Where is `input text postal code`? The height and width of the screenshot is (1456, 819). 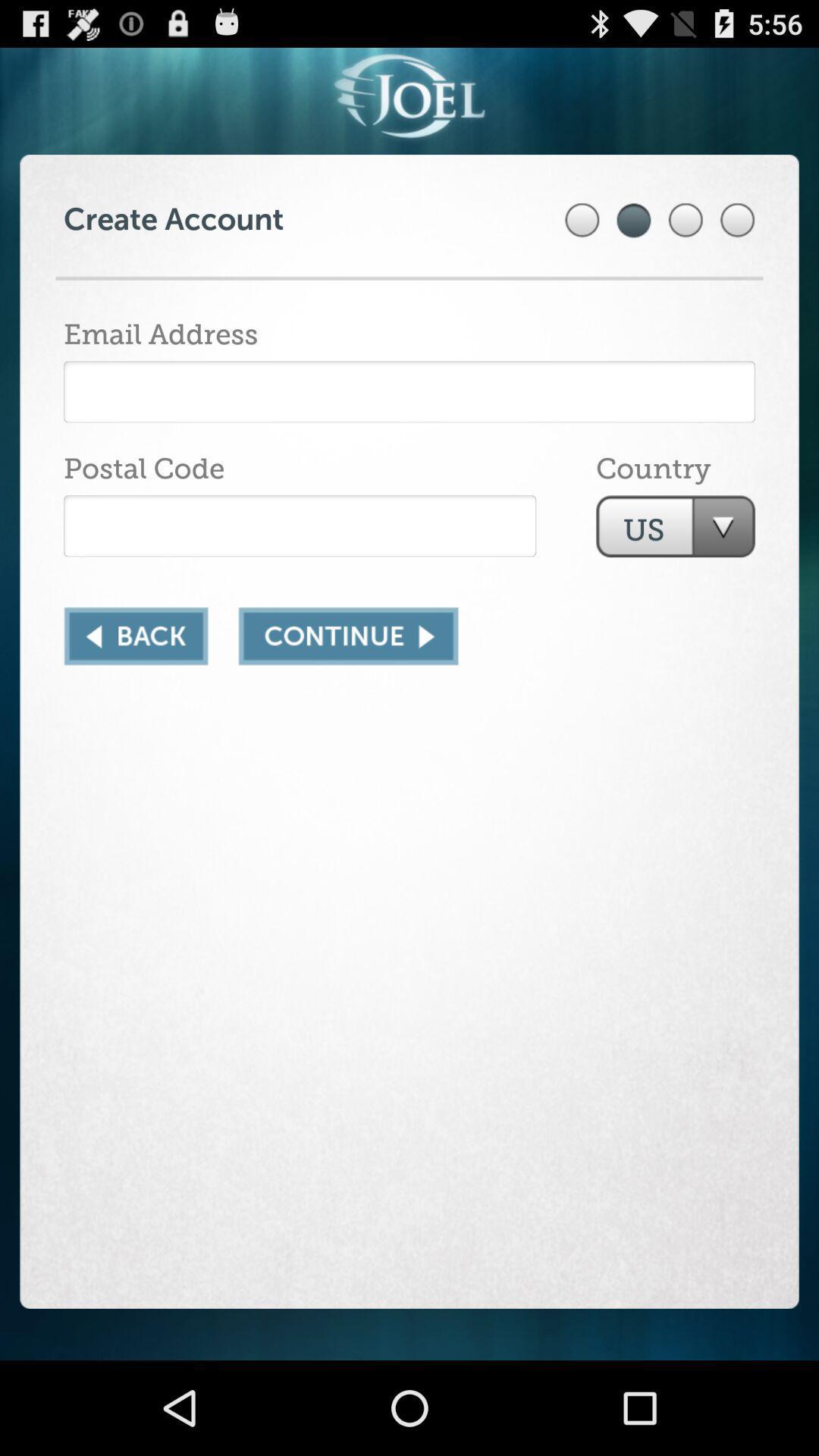
input text postal code is located at coordinates (300, 526).